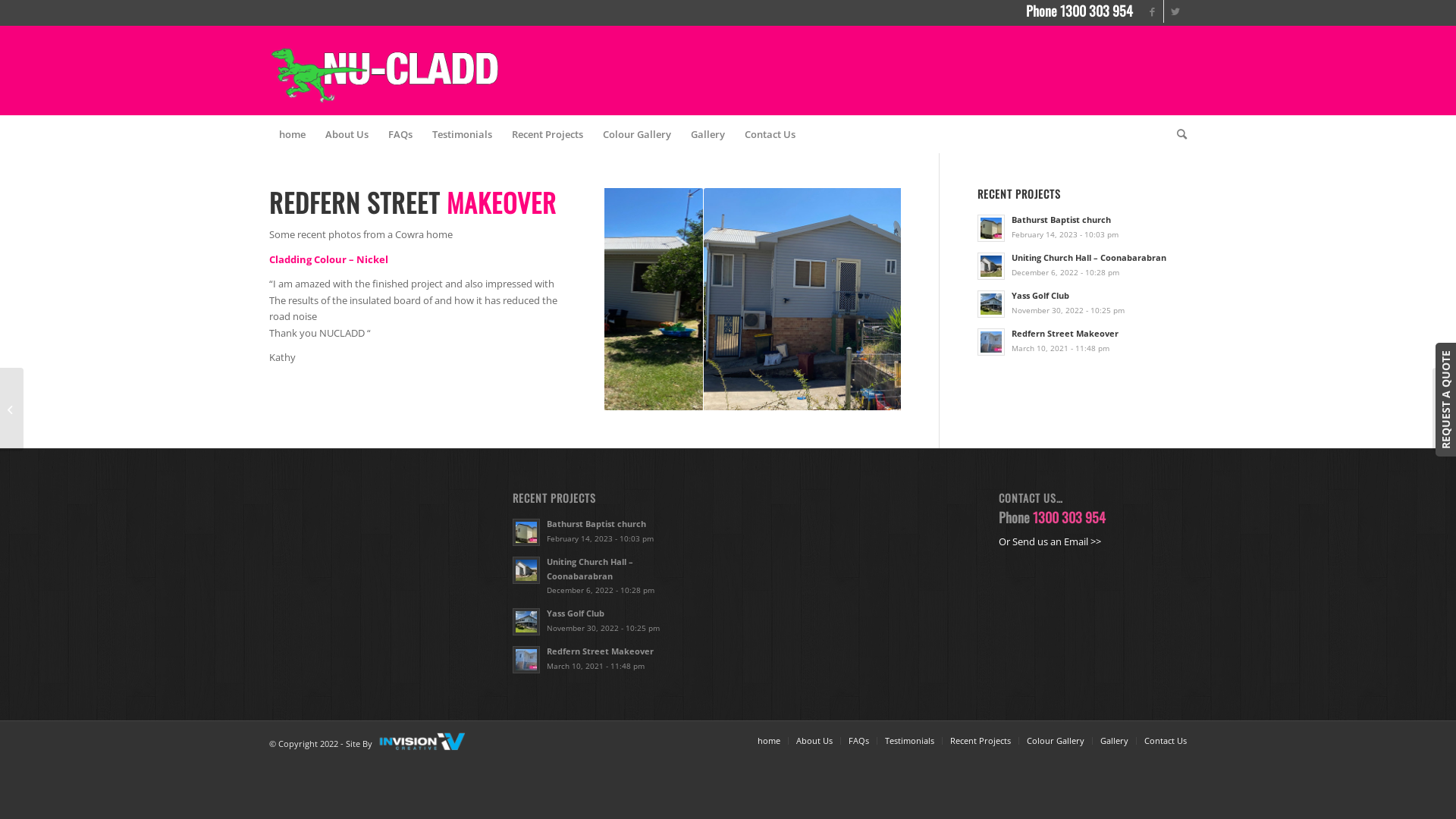  Describe the element at coordinates (795, 739) in the screenshot. I see `'About Us'` at that location.